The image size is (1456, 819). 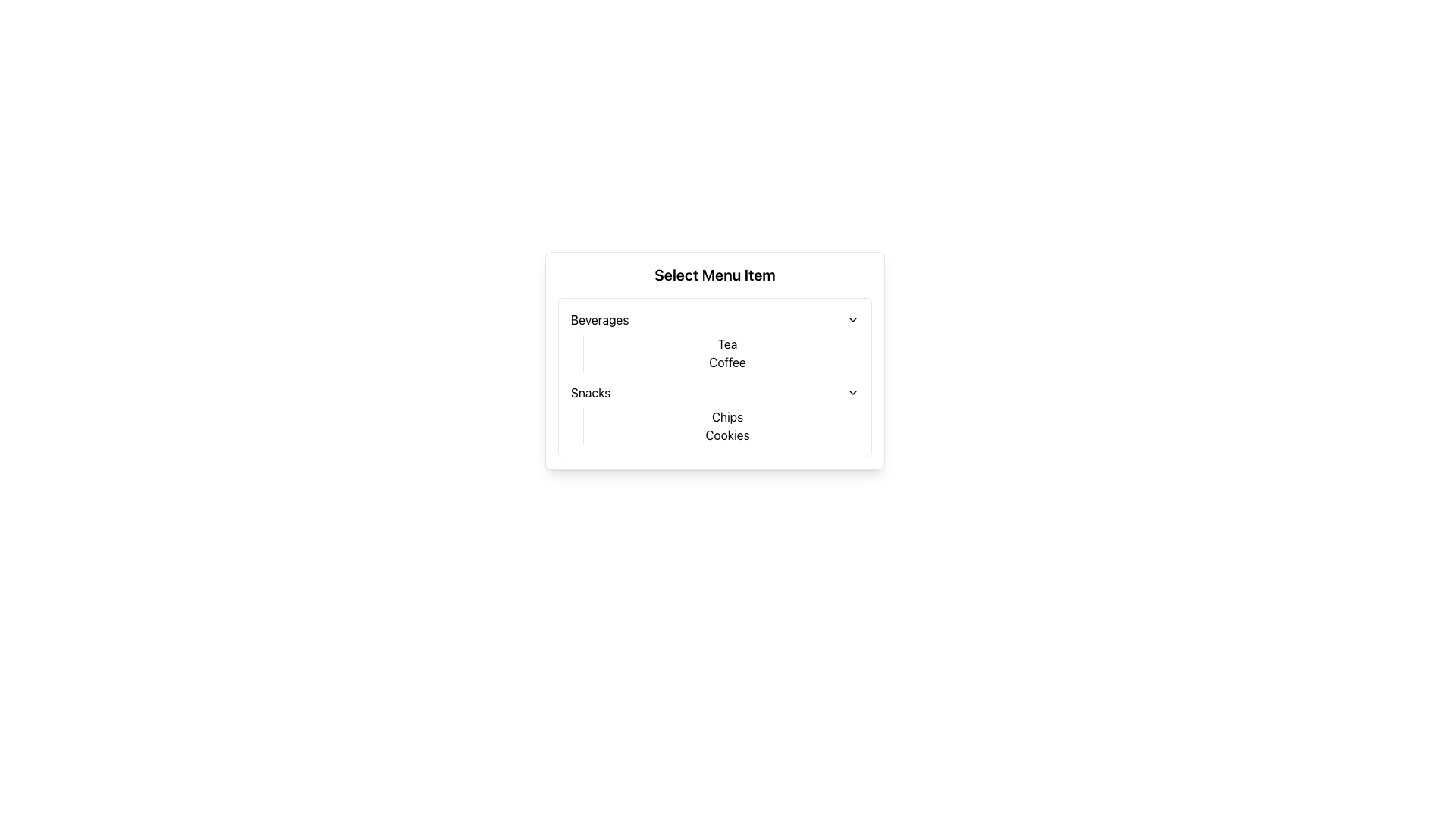 What do you see at coordinates (726, 362) in the screenshot?
I see `the 'Coffee' label in the 'Beverages' dropdown menu, which identifies it as an option under the Beverages category` at bounding box center [726, 362].